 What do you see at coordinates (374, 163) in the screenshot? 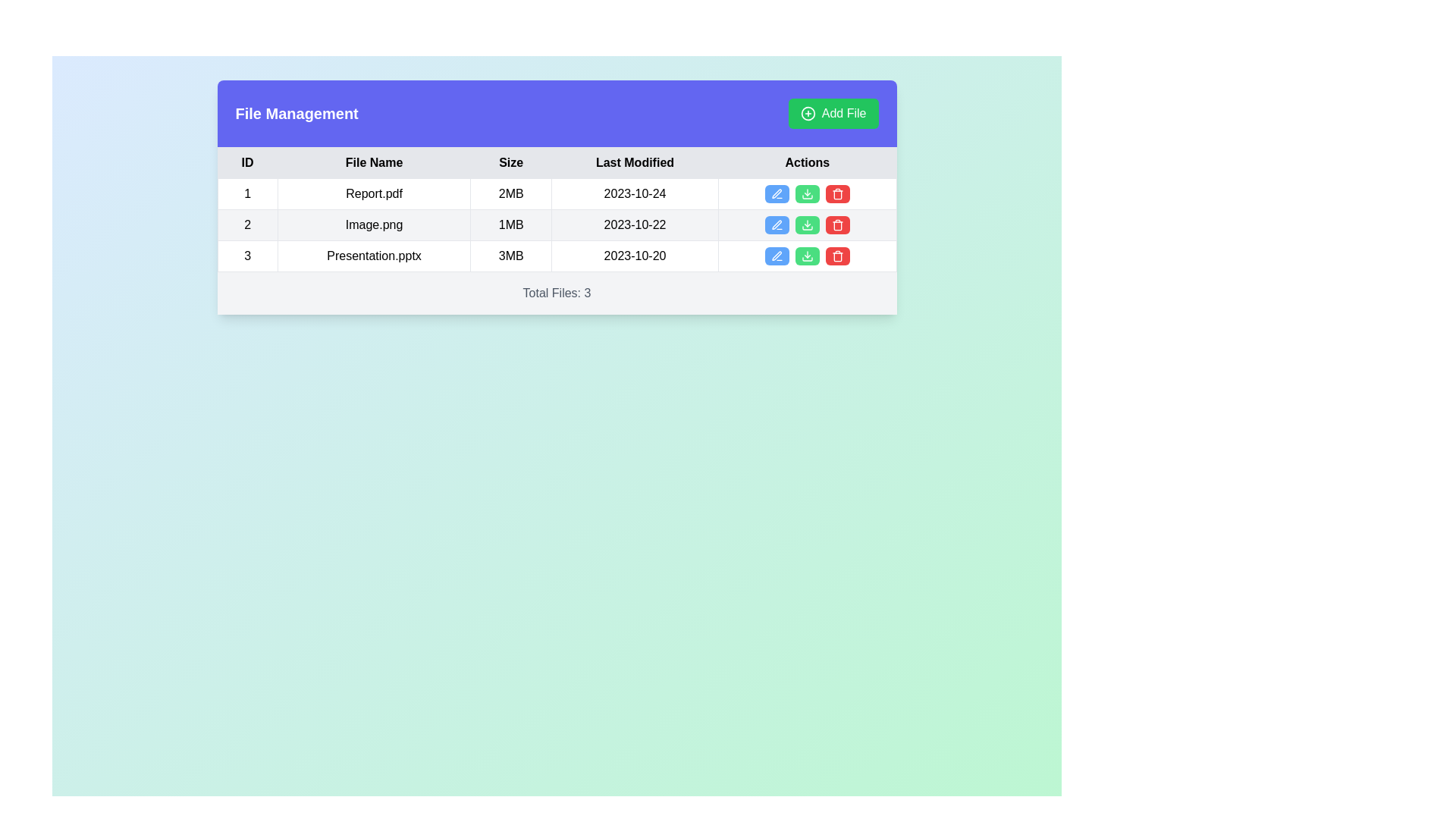
I see `the text label that serves as the second header in the table, indicating that the column beneath it contains file names, positioned between the 'ID' and 'Size' headers` at bounding box center [374, 163].